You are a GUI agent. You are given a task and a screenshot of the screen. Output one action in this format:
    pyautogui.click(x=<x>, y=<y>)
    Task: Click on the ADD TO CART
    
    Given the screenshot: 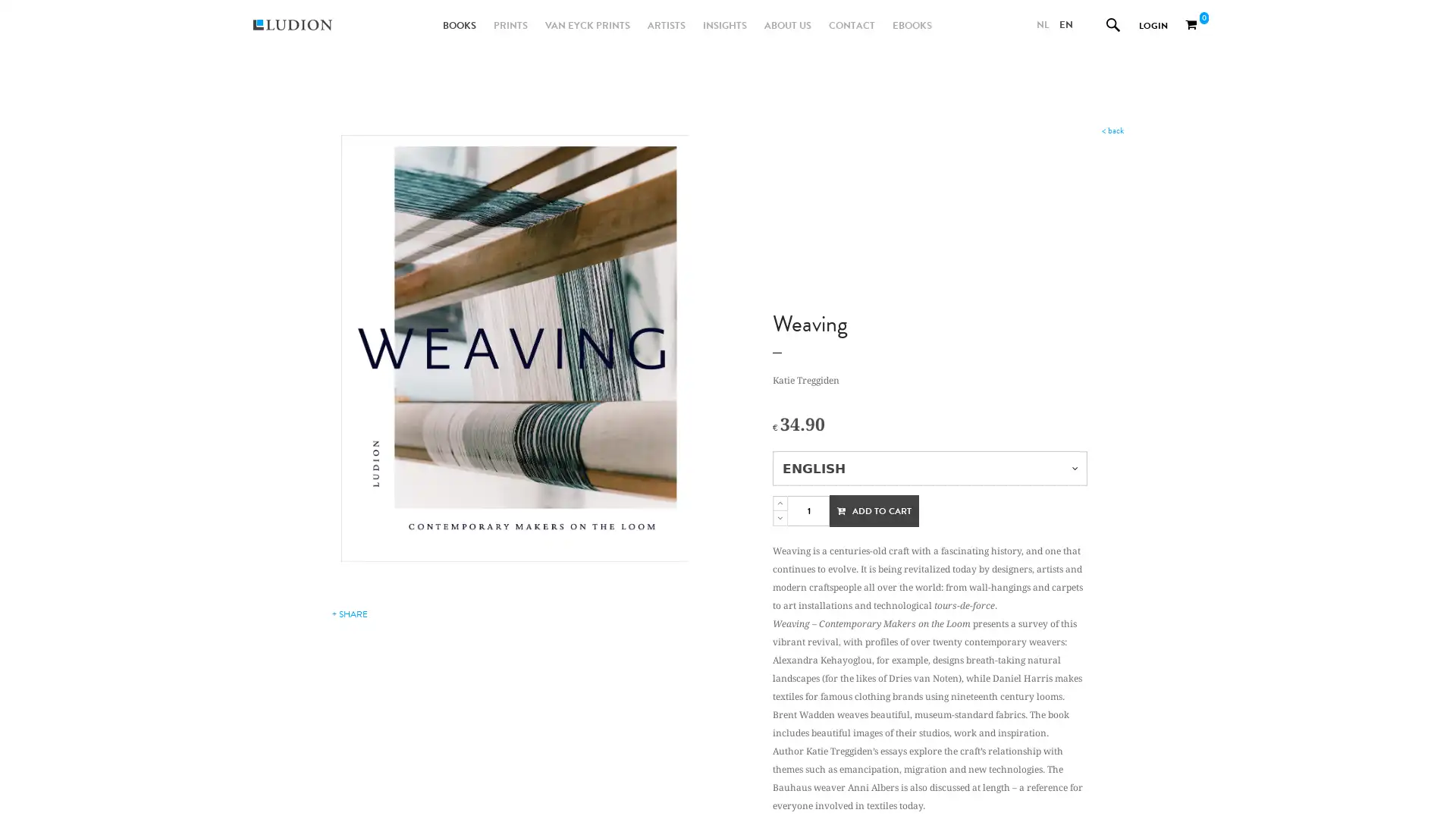 What is the action you would take?
    pyautogui.click(x=874, y=511)
    